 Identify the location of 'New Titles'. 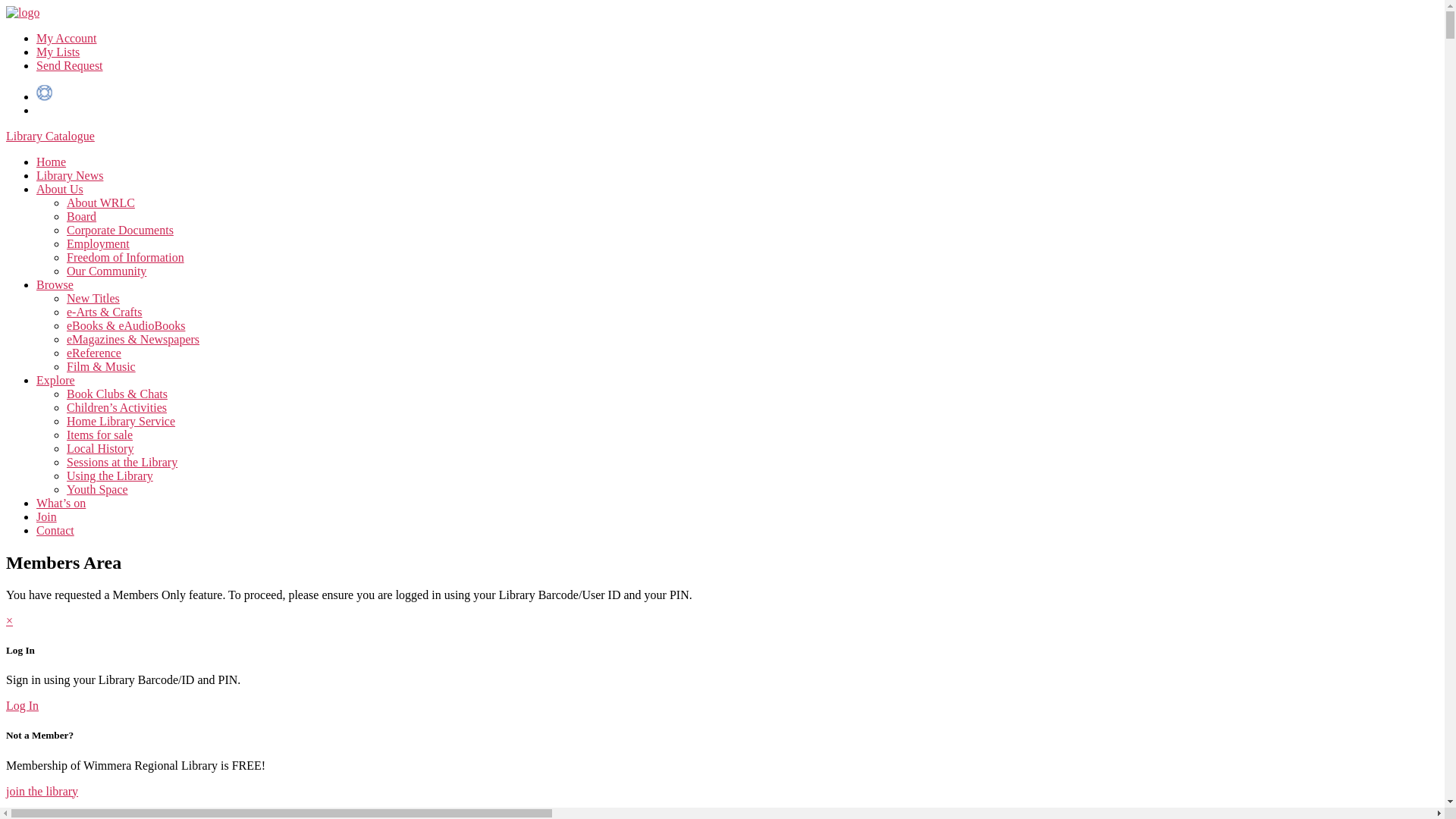
(65, 298).